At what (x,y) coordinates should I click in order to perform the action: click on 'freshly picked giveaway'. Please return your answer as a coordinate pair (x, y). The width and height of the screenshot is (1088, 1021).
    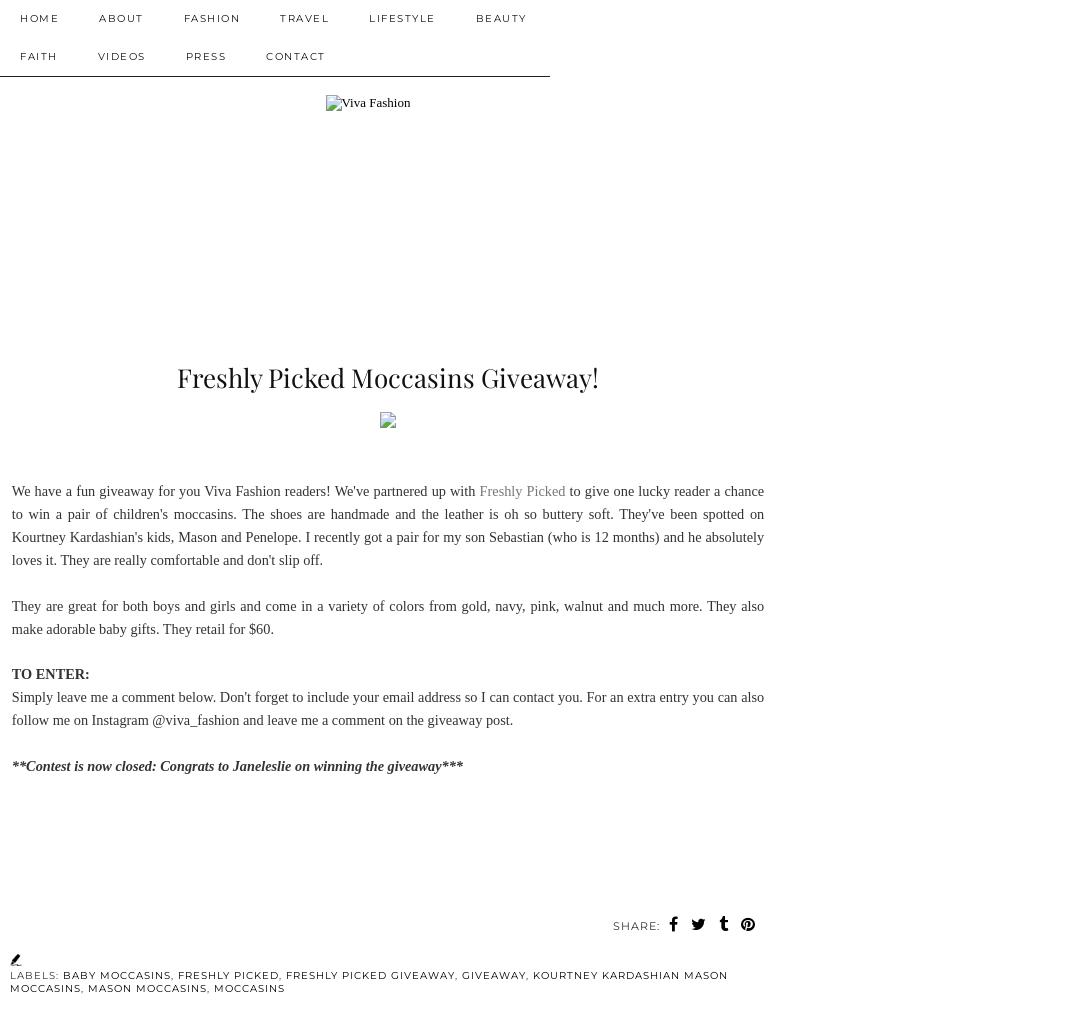
    Looking at the image, I should click on (284, 974).